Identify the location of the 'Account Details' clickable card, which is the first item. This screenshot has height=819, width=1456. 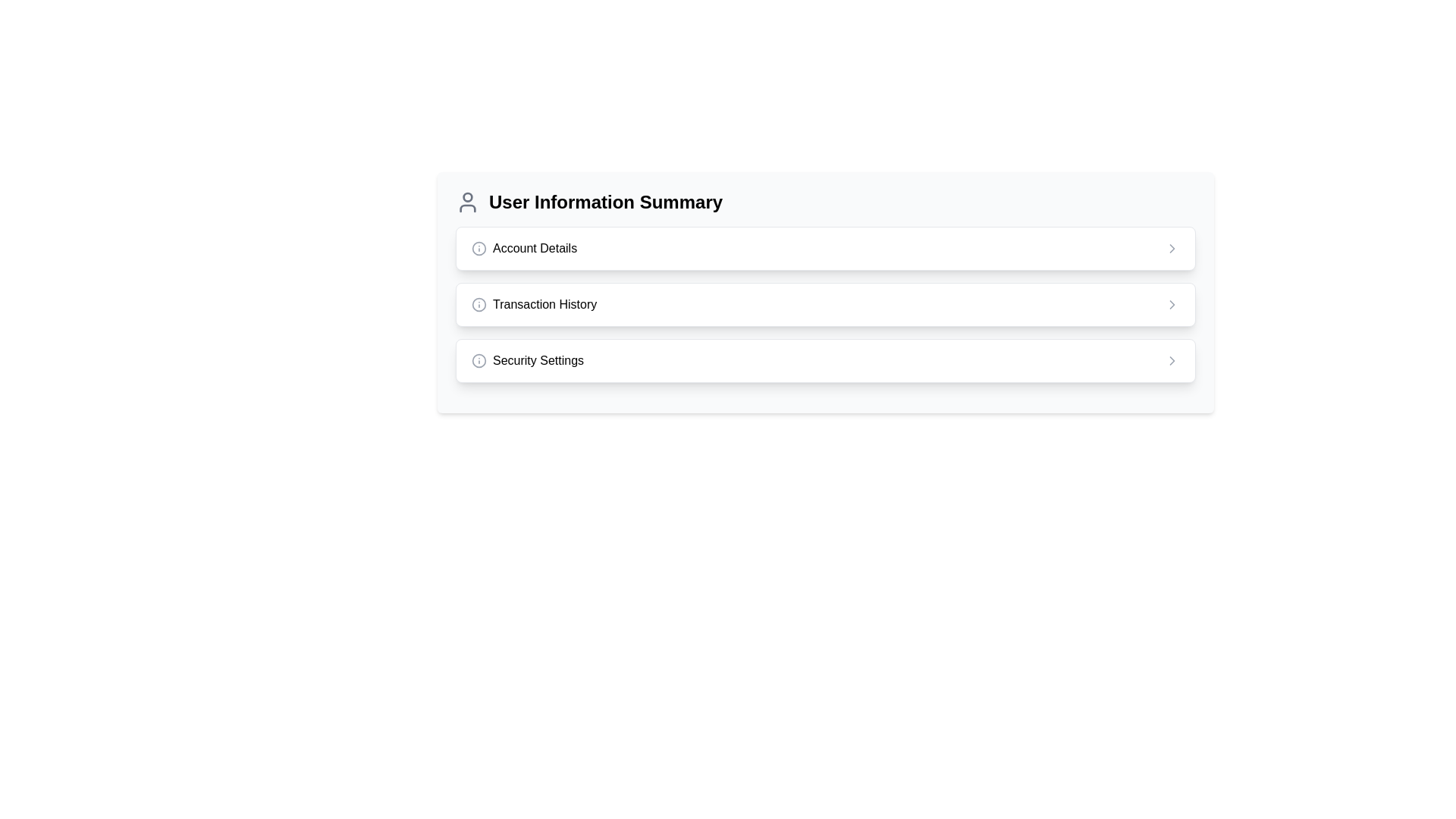
(825, 247).